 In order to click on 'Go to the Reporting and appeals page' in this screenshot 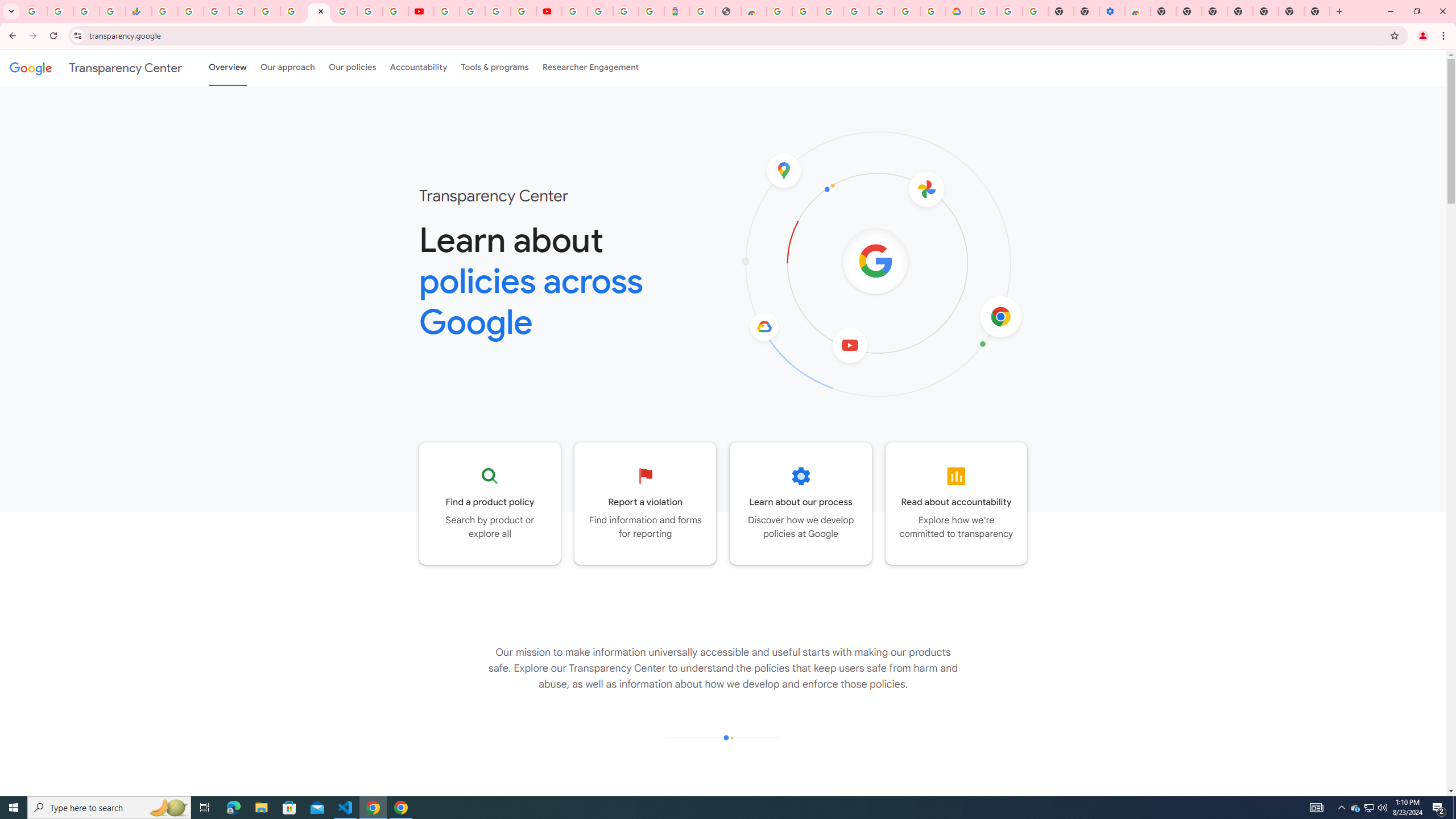, I will do `click(645, 503)`.